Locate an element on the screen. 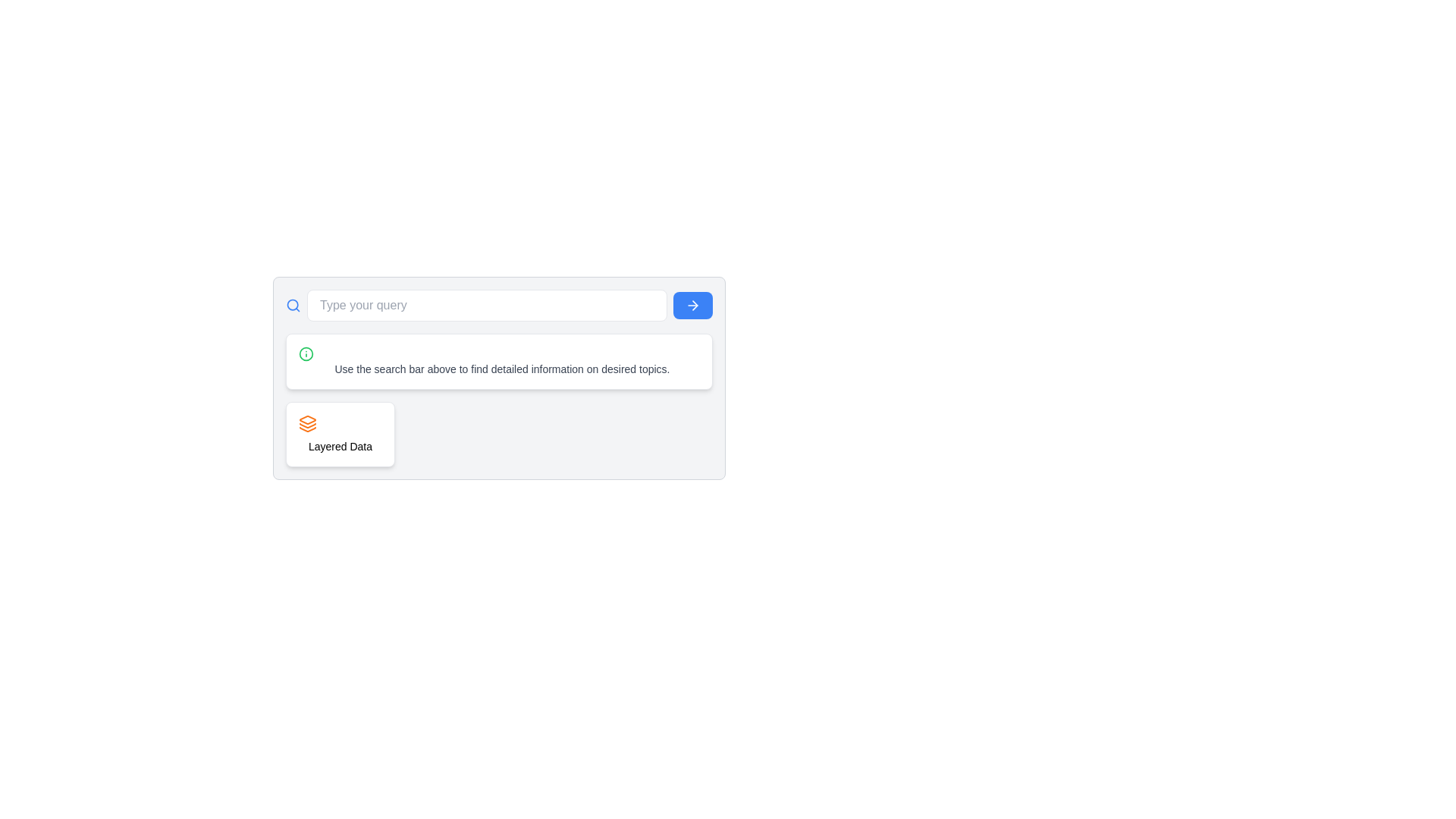 This screenshot has width=1456, height=819. the blue rectangular button with rounded corners and bold white text or iconography, located adjacent to the search input field is located at coordinates (692, 305).